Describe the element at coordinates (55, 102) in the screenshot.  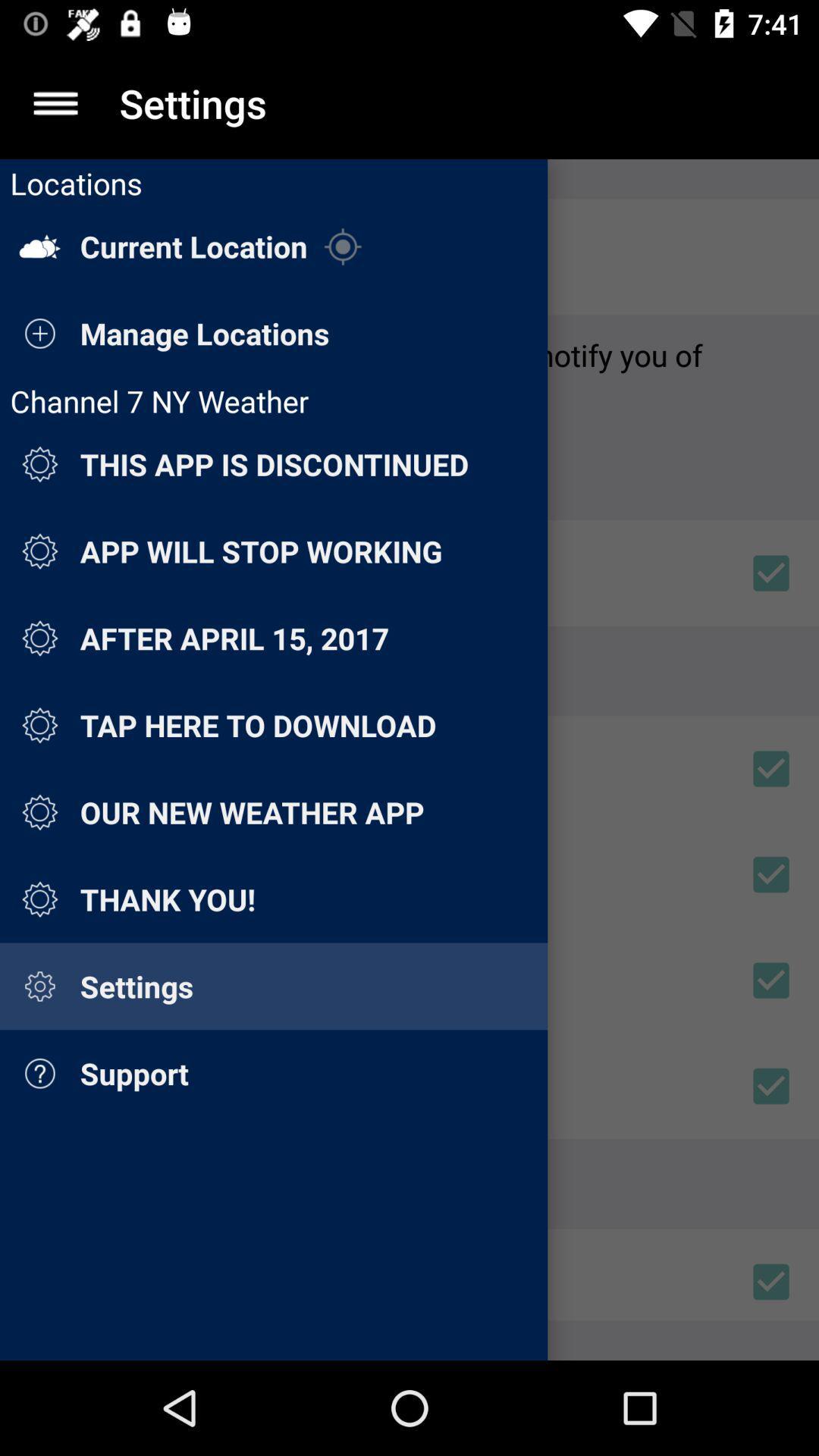
I see `the menu icon` at that location.